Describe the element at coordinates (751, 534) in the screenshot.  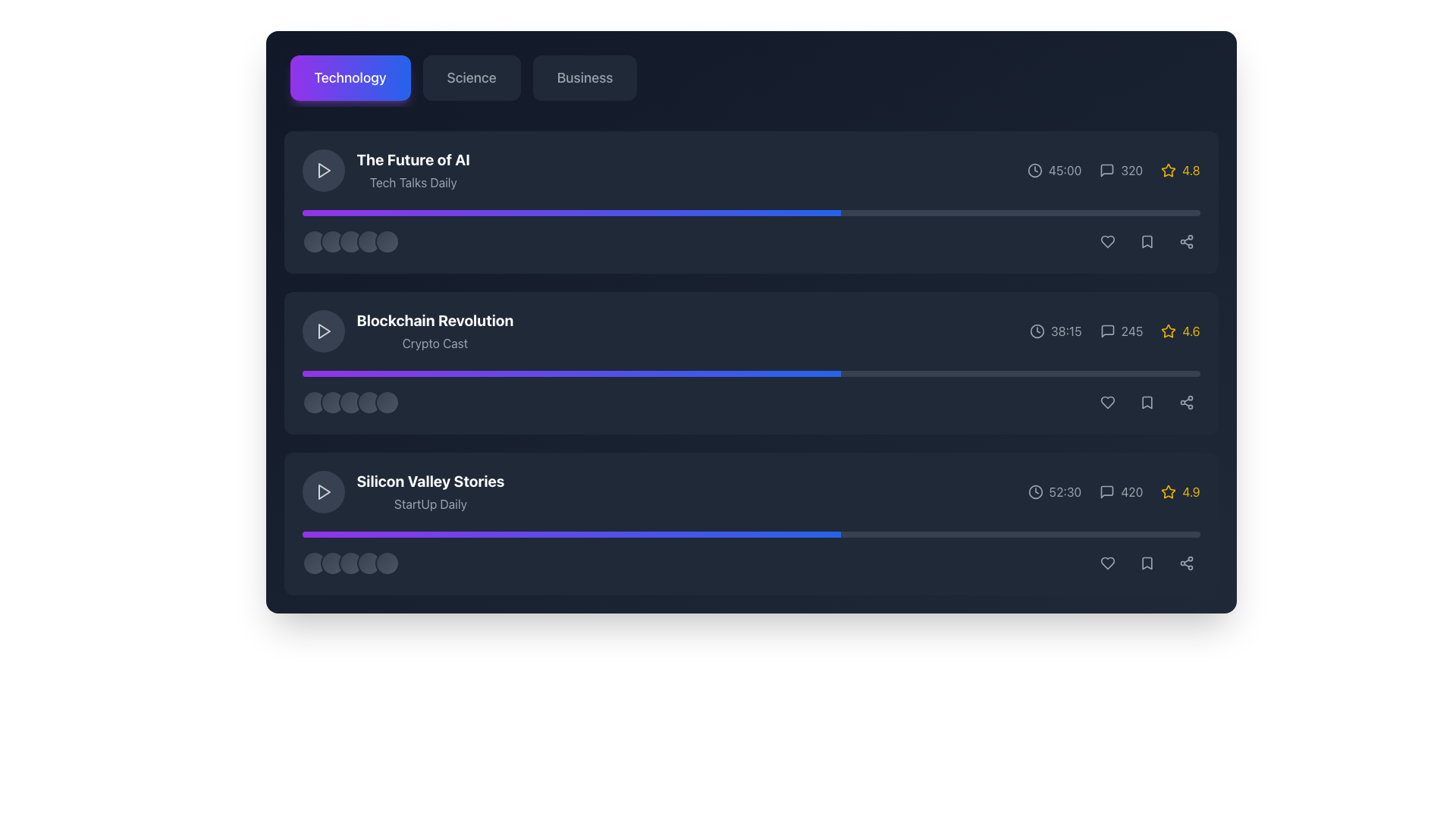
I see `the progress bar located in the third row under the title 'Silicon Valley Stories', below the circular avatars` at that location.